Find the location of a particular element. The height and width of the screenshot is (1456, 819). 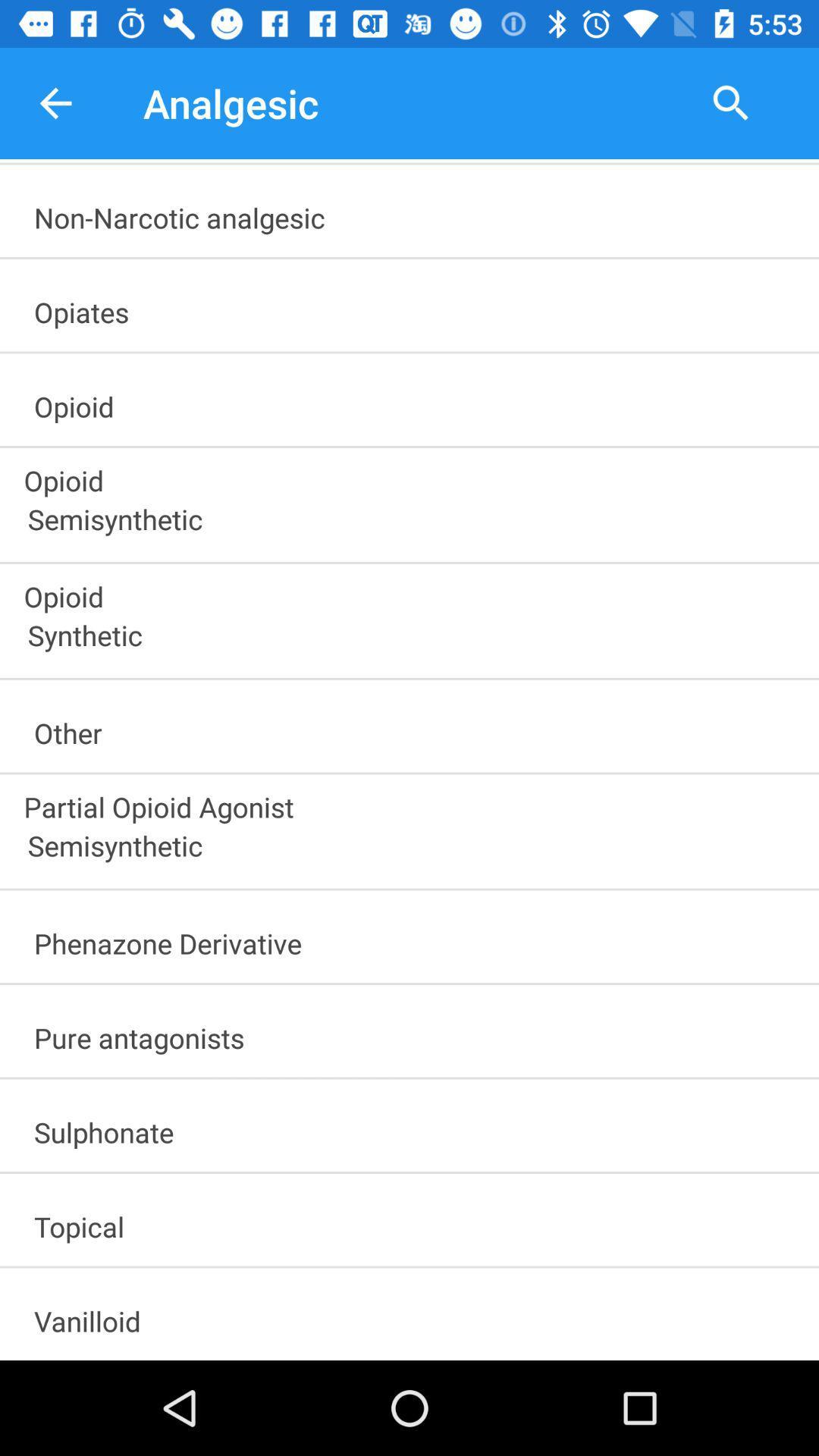

non-narcotic analgesic item is located at coordinates (416, 212).